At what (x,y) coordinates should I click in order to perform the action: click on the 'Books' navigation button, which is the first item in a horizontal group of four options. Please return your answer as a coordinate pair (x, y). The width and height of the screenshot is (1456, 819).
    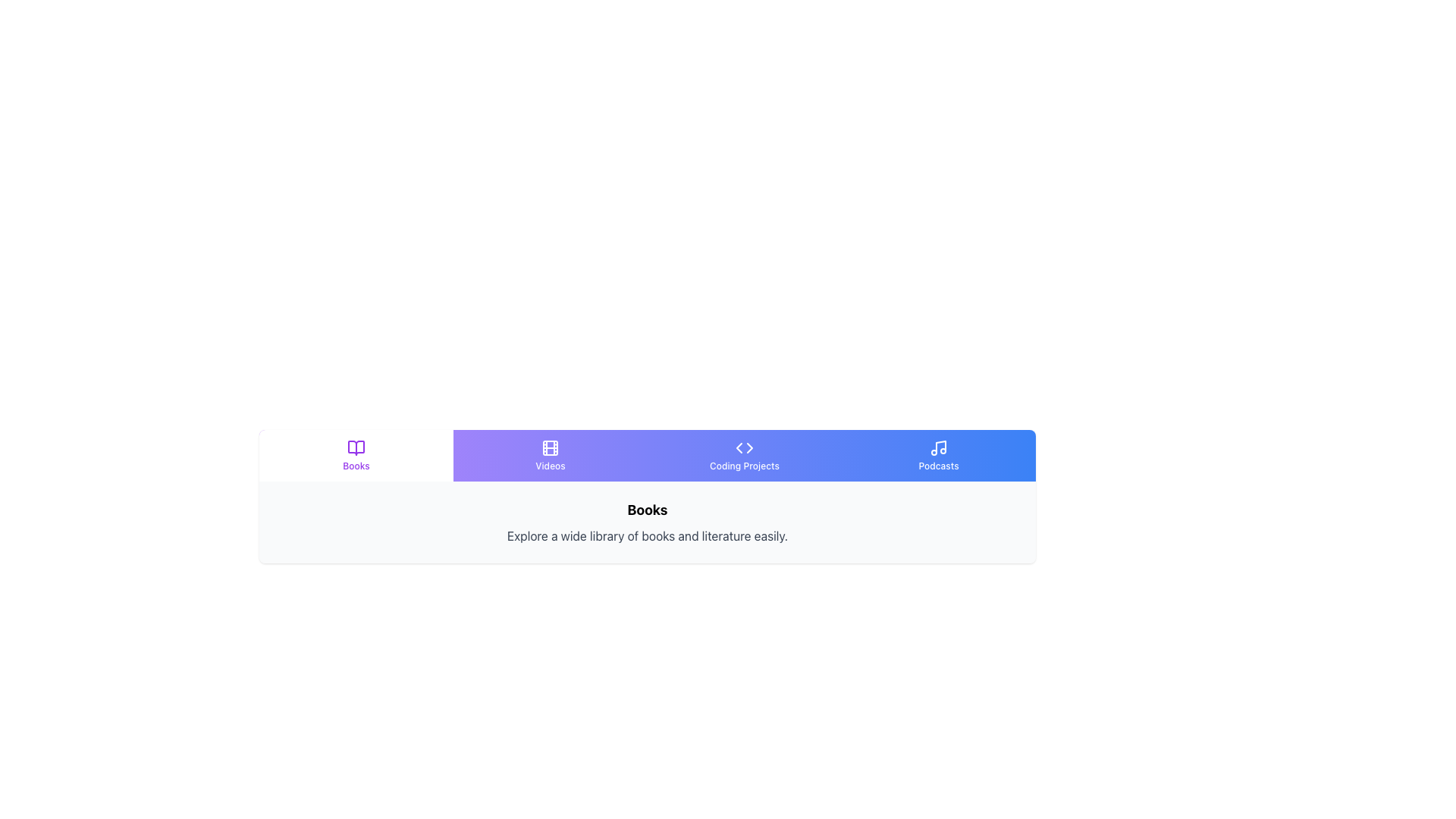
    Looking at the image, I should click on (356, 455).